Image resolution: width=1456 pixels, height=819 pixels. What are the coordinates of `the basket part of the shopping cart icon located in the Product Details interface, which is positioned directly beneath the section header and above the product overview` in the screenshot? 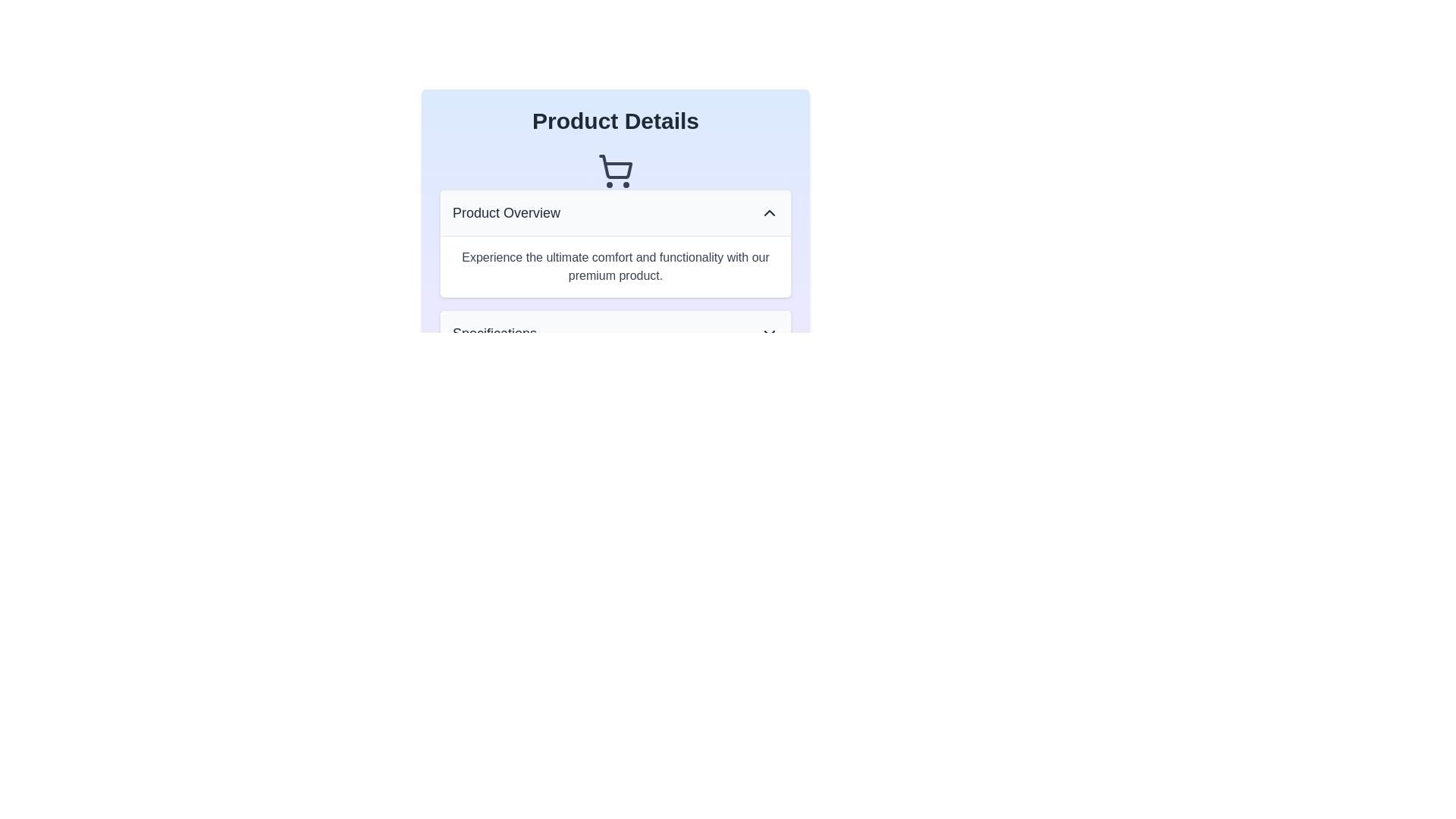 It's located at (616, 167).